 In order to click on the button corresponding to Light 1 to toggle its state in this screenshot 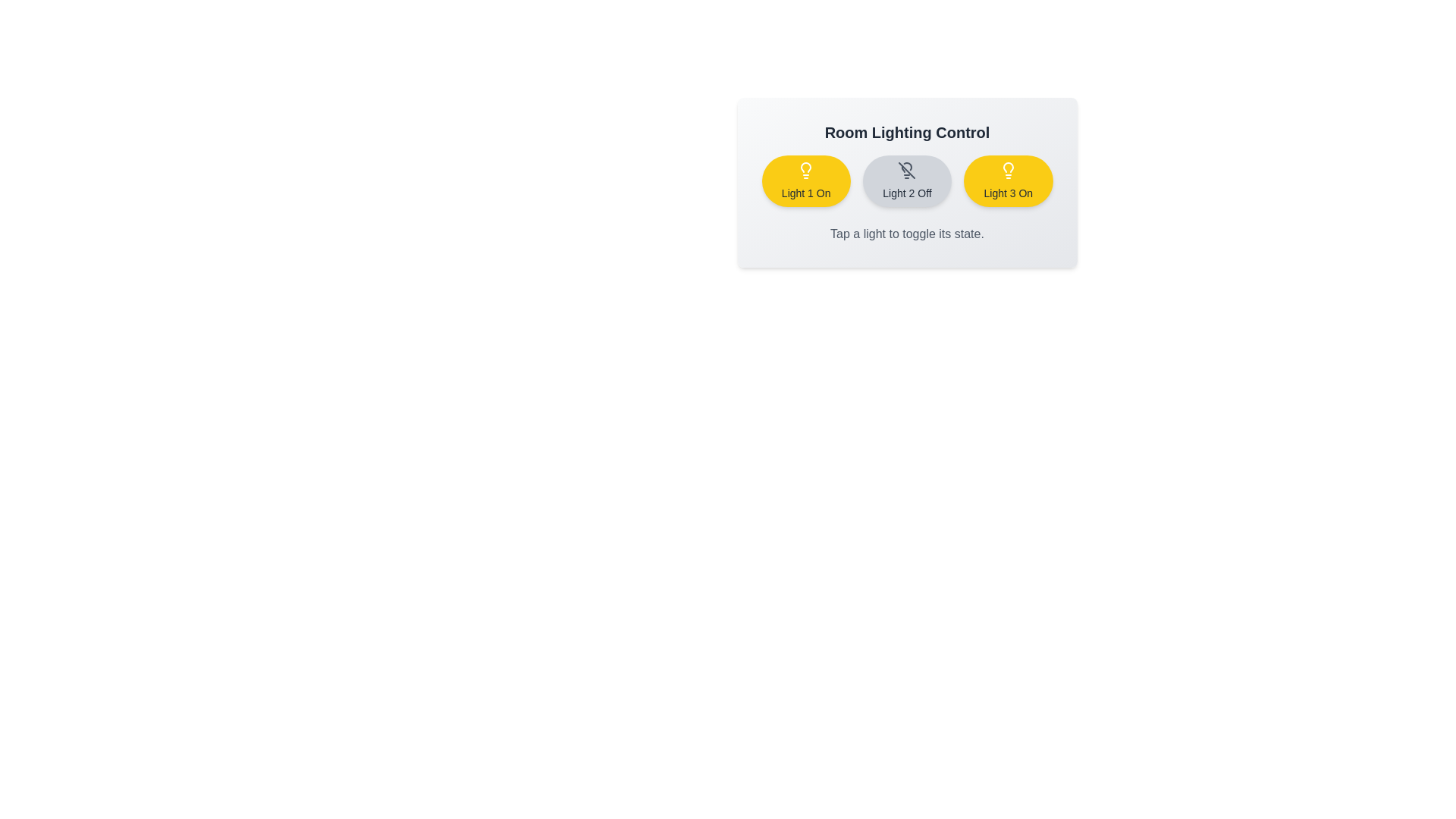, I will do `click(805, 180)`.